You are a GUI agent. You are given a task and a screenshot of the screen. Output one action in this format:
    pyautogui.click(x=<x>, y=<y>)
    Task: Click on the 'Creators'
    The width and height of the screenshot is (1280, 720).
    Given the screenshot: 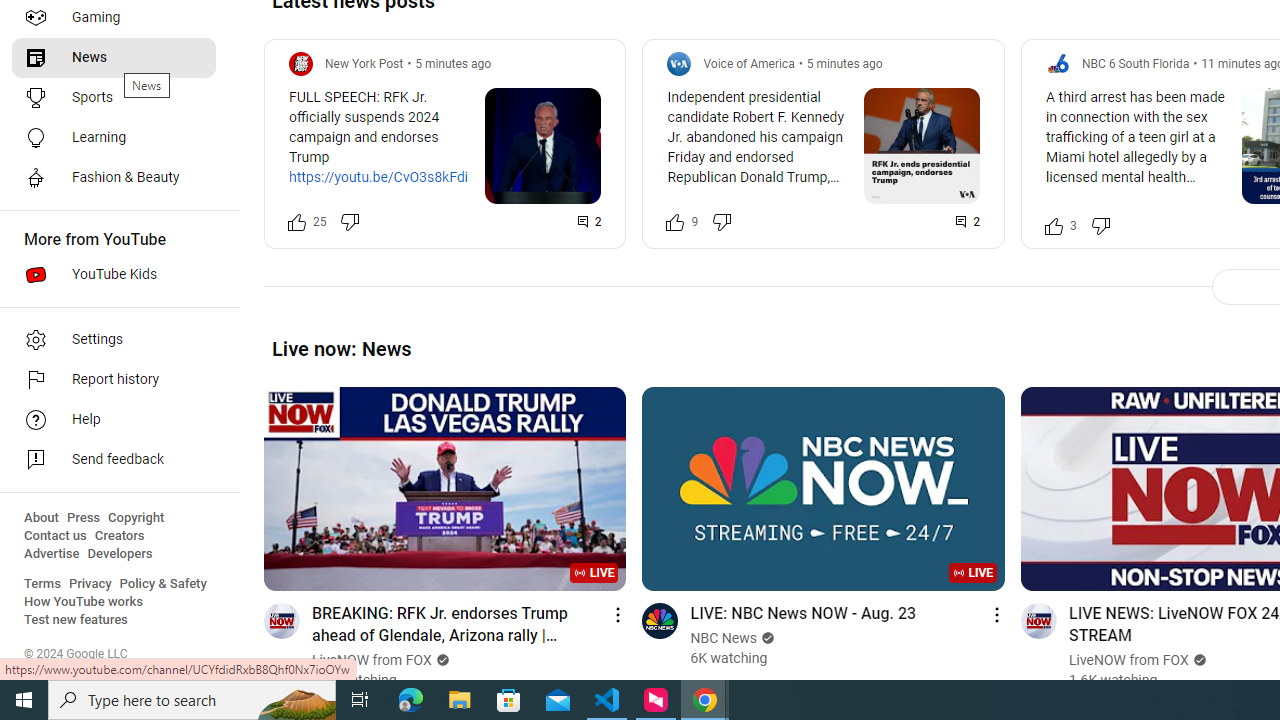 What is the action you would take?
    pyautogui.click(x=118, y=535)
    